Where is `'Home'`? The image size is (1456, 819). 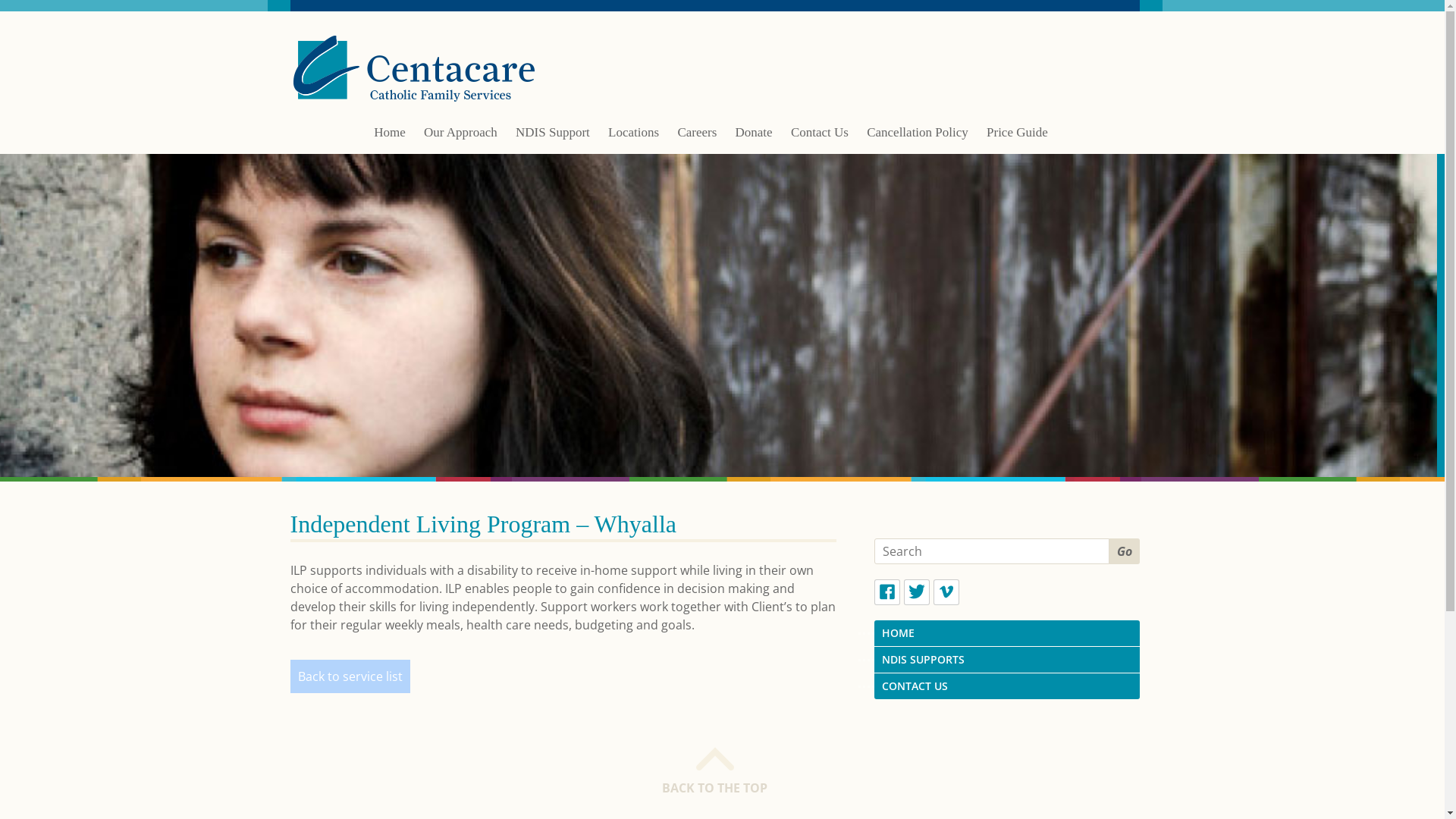
'Home' is located at coordinates (389, 140).